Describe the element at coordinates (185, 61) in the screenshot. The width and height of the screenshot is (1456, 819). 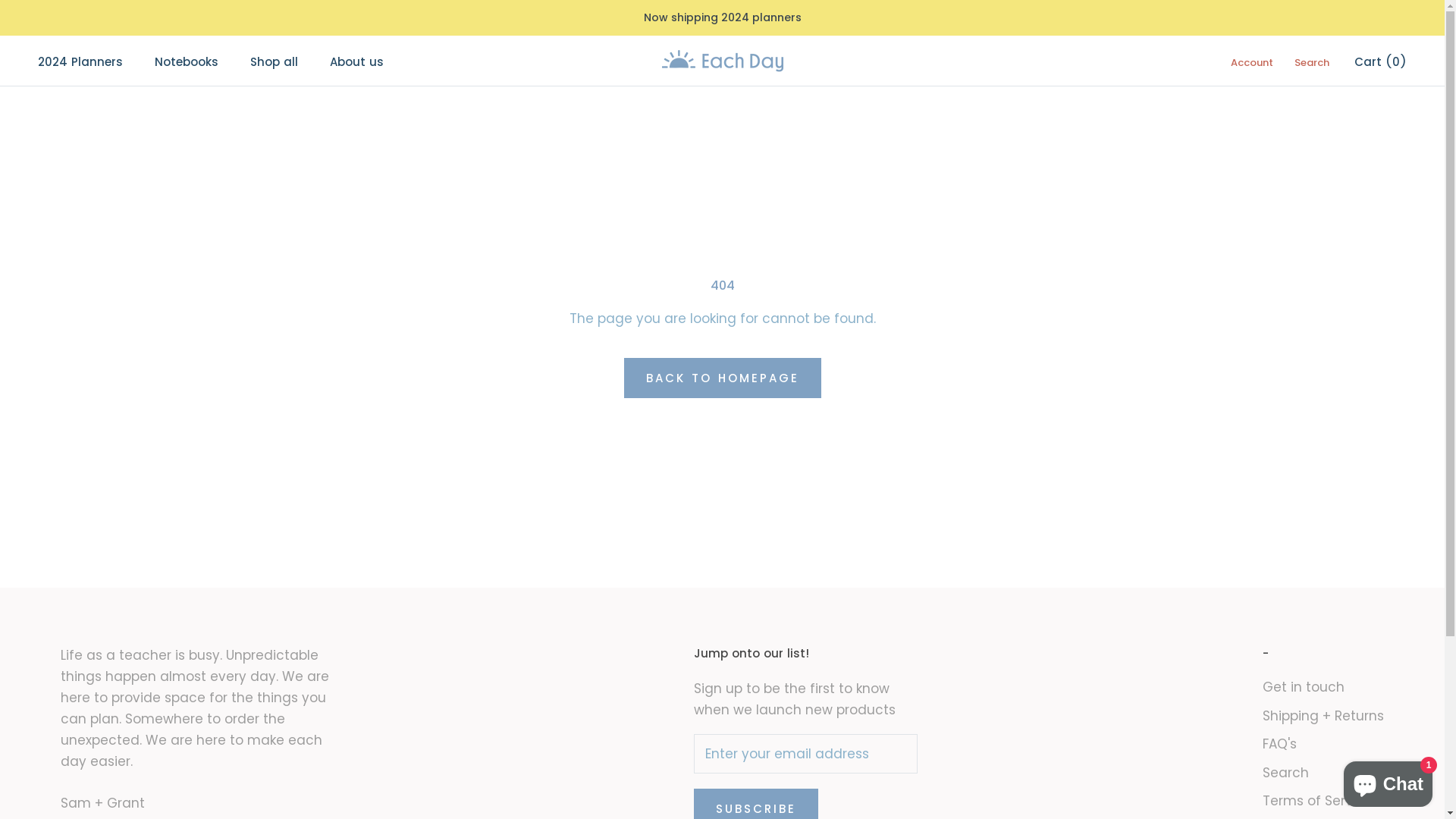
I see `'Notebooks` at that location.